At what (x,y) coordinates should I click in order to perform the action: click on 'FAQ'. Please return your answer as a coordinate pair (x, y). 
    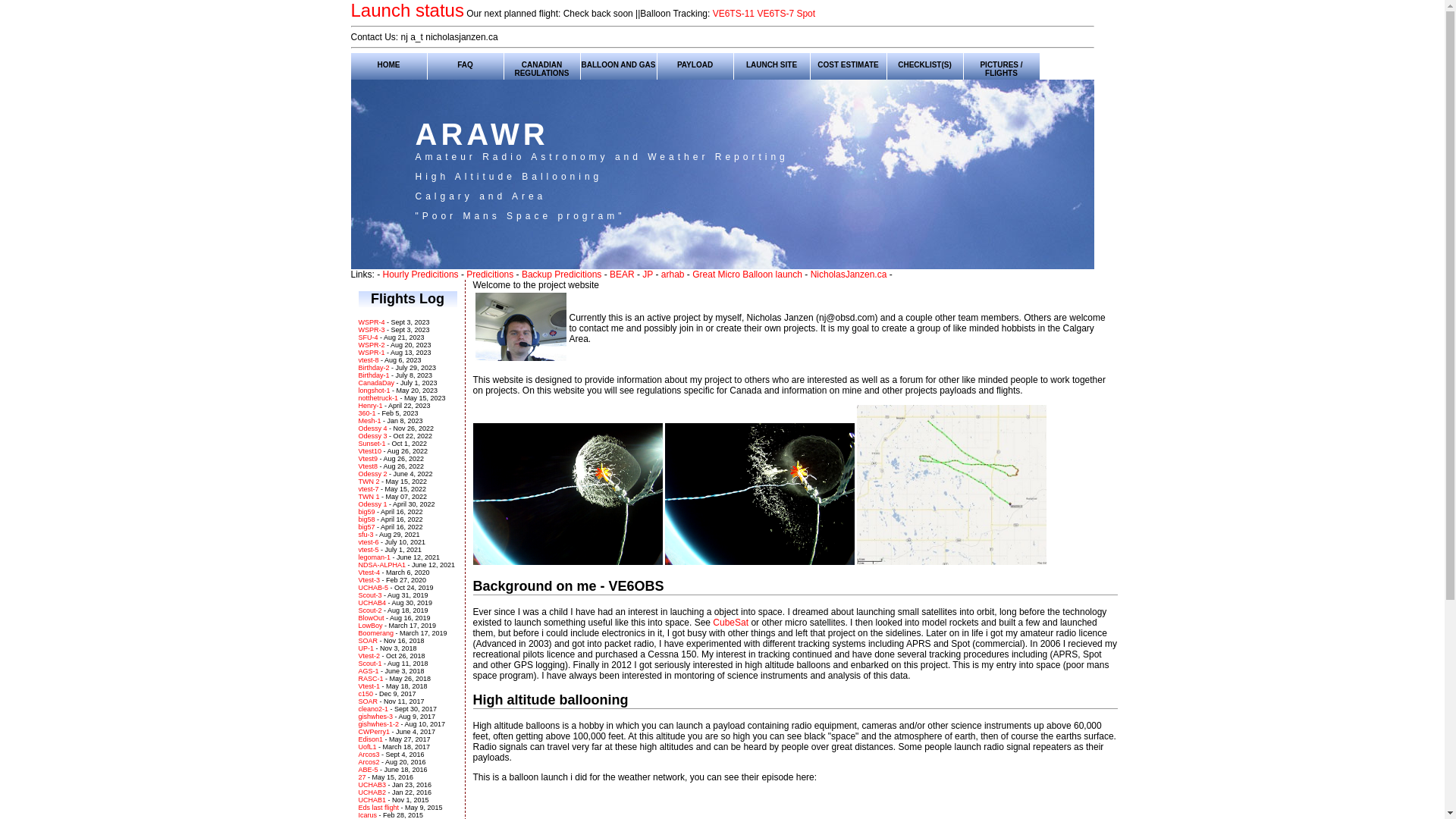
    Looking at the image, I should click on (465, 63).